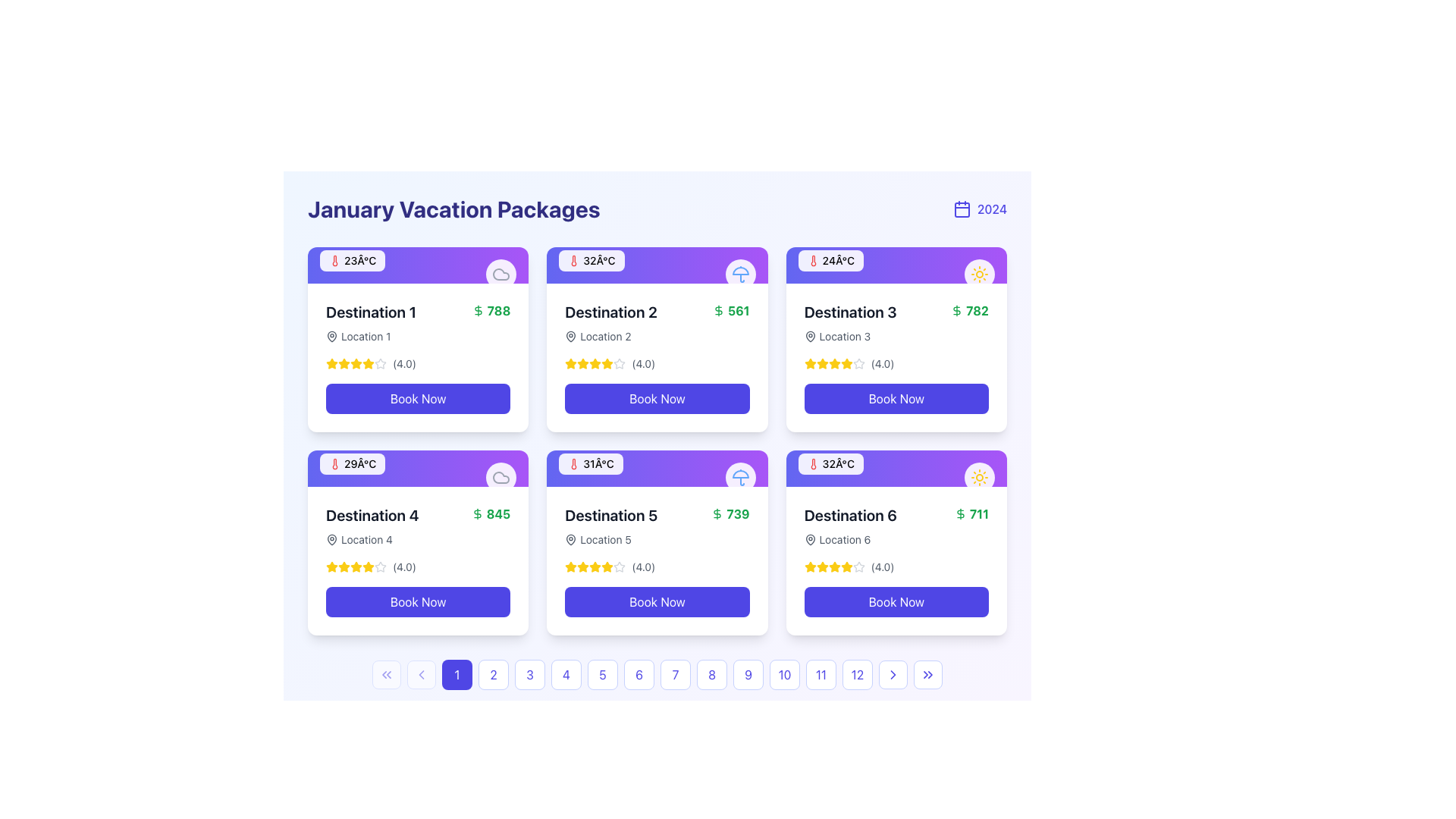 The image size is (1456, 819). I want to click on the pagination button that navigates to the previous page, located at the far left of the pagination controls, so click(386, 674).